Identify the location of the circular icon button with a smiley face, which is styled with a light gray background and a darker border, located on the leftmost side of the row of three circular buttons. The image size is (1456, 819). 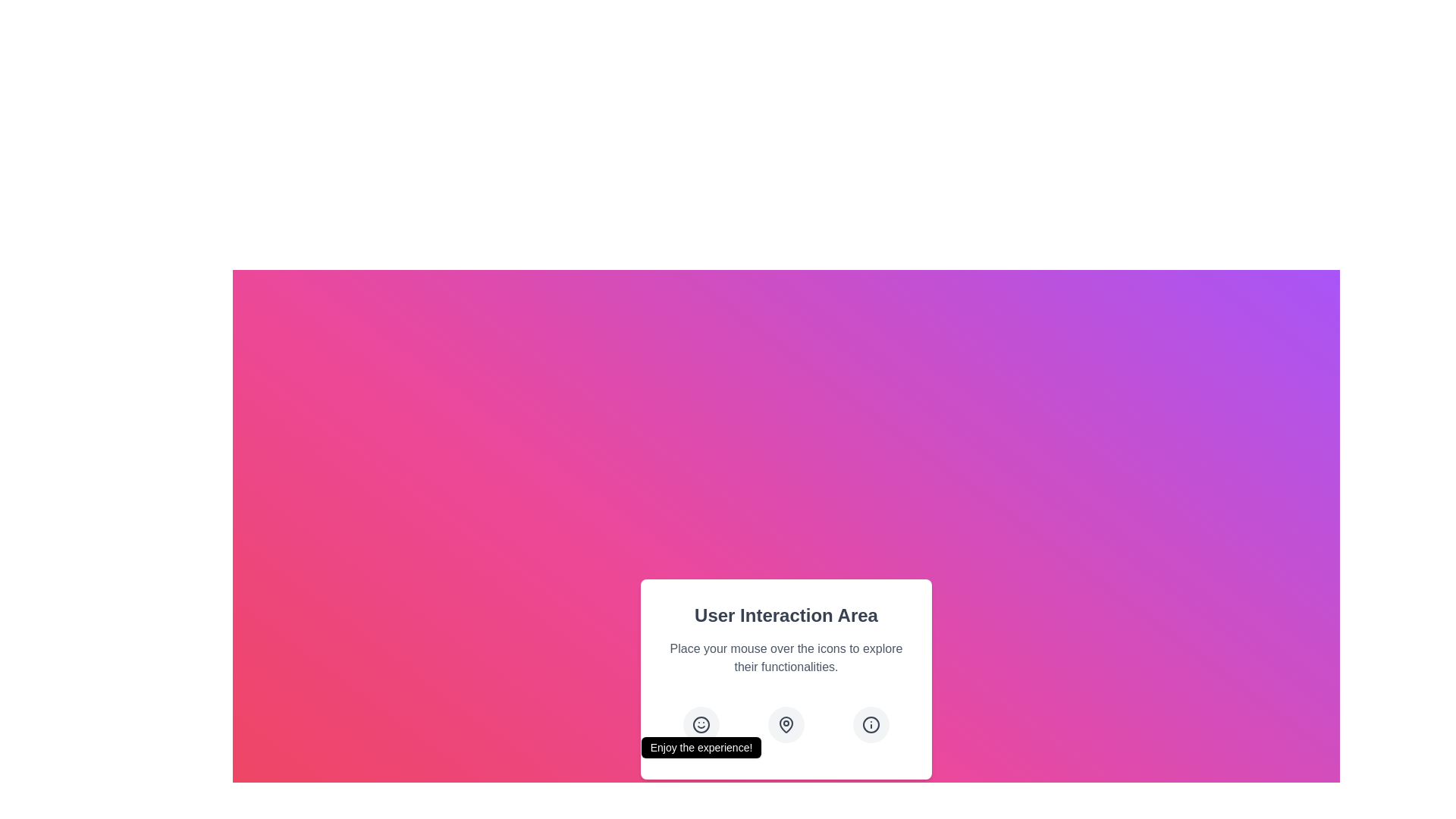
(701, 724).